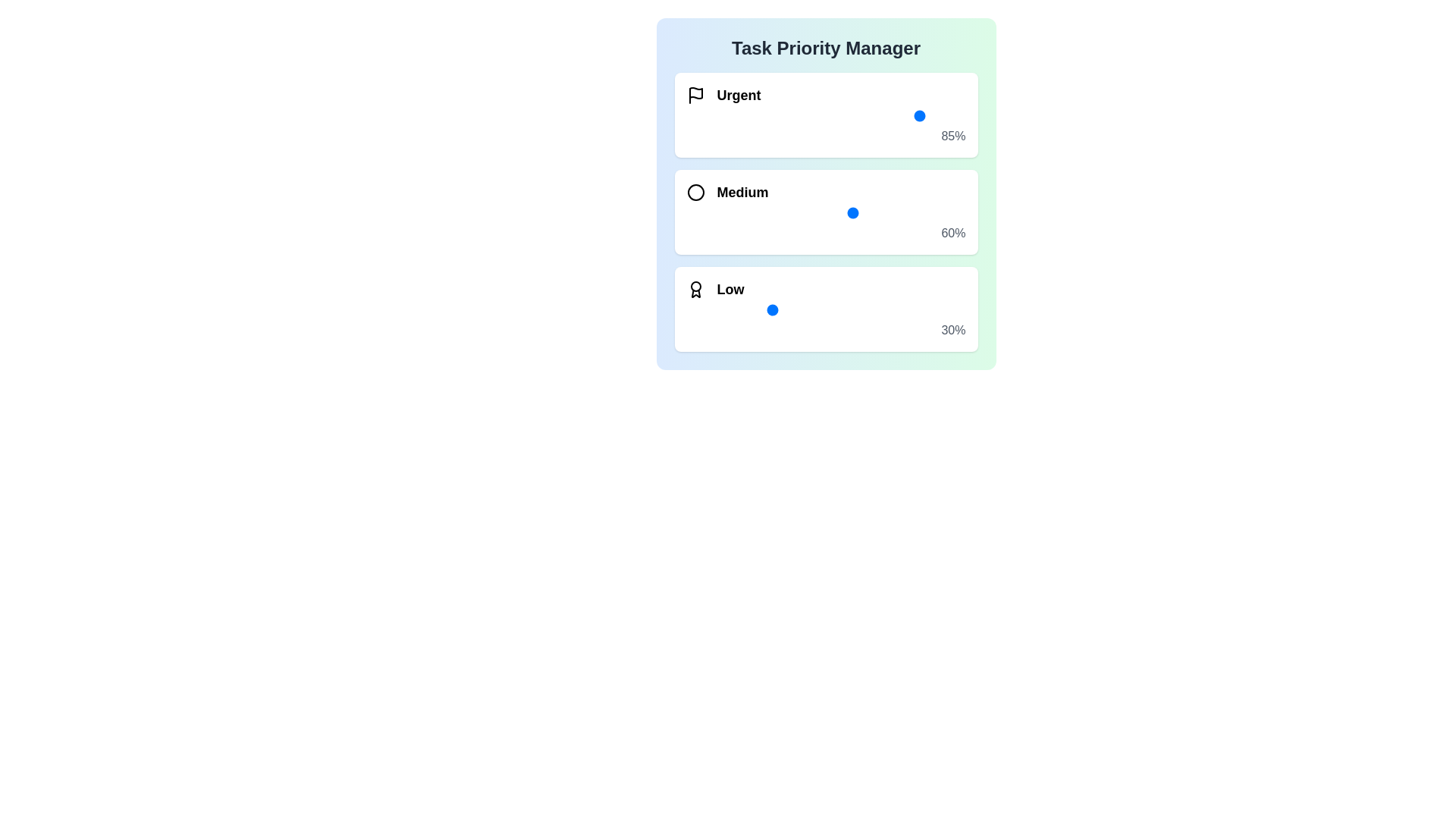 Image resolution: width=1456 pixels, height=819 pixels. What do you see at coordinates (879, 115) in the screenshot?
I see `the priority slider for the 'Urgent' task to 69%` at bounding box center [879, 115].